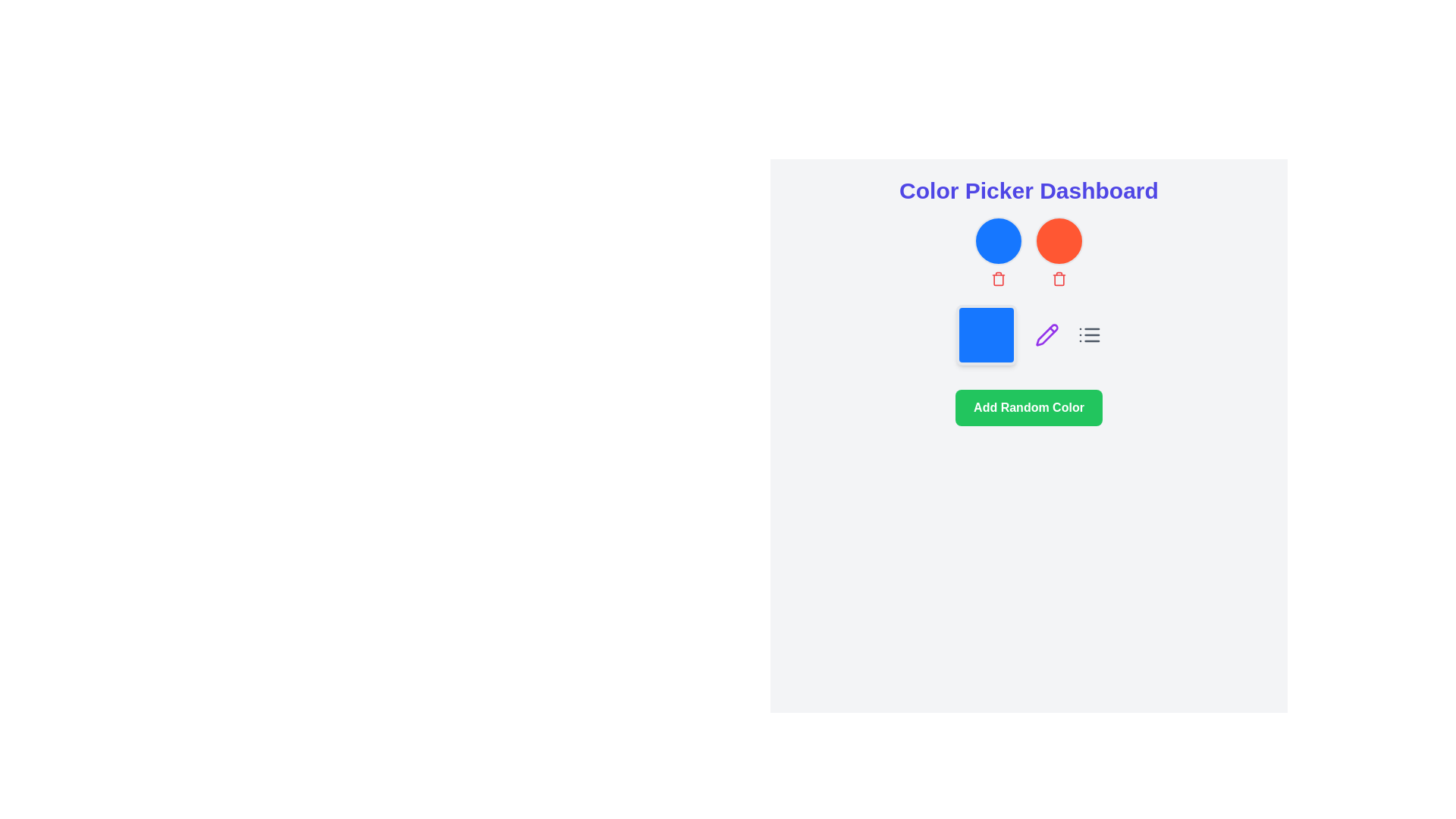 This screenshot has height=819, width=1456. What do you see at coordinates (1058, 280) in the screenshot?
I see `the lower rectangular portion of the trash icon, which represents the storage section of the bin` at bounding box center [1058, 280].